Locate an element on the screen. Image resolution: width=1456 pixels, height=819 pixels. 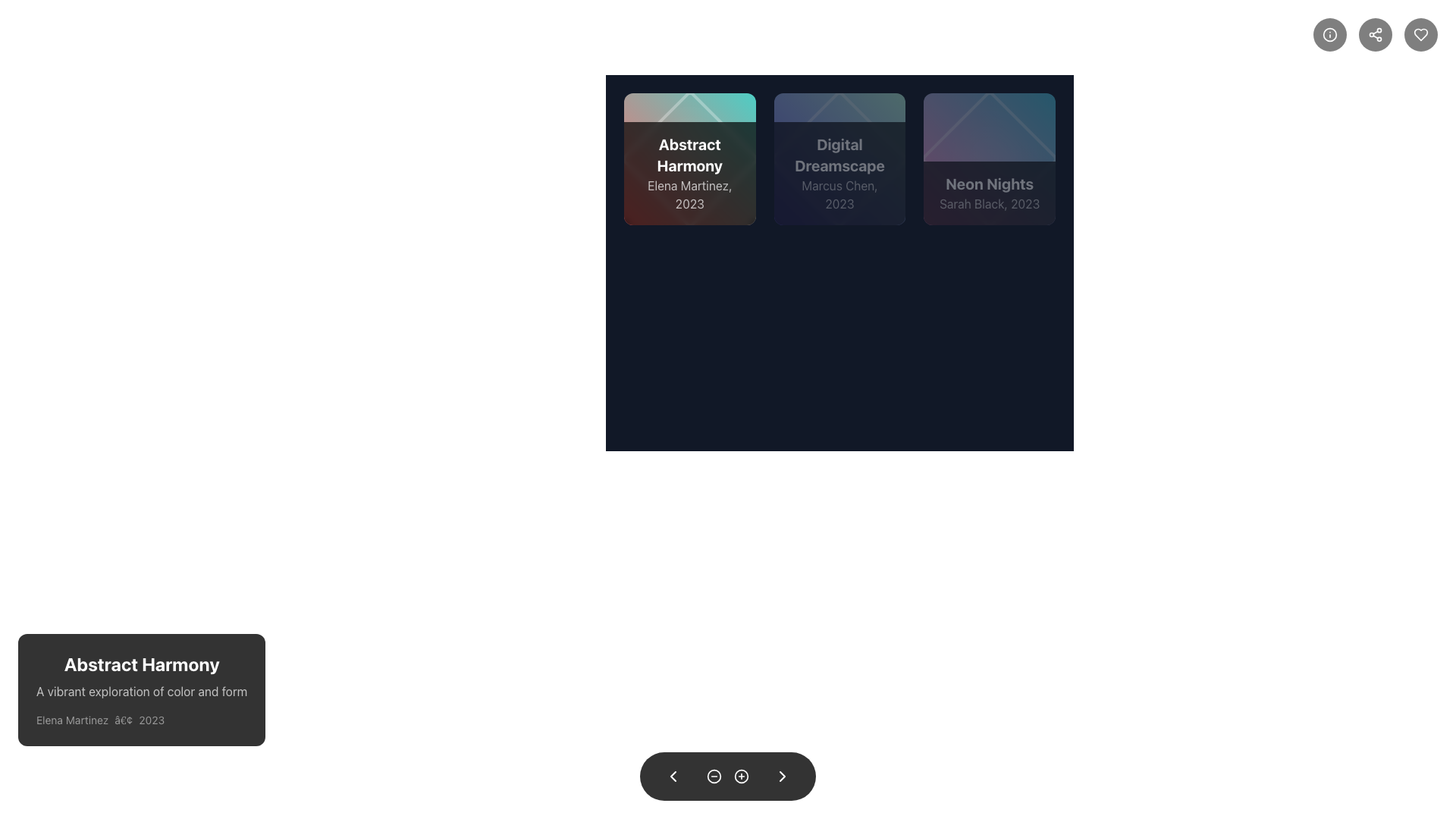
the card displaying the title 'Digital Dreamscape' and subtitle 'Marcus Chen, 2023', which is the second card in a row of three with a dark blue background is located at coordinates (839, 158).